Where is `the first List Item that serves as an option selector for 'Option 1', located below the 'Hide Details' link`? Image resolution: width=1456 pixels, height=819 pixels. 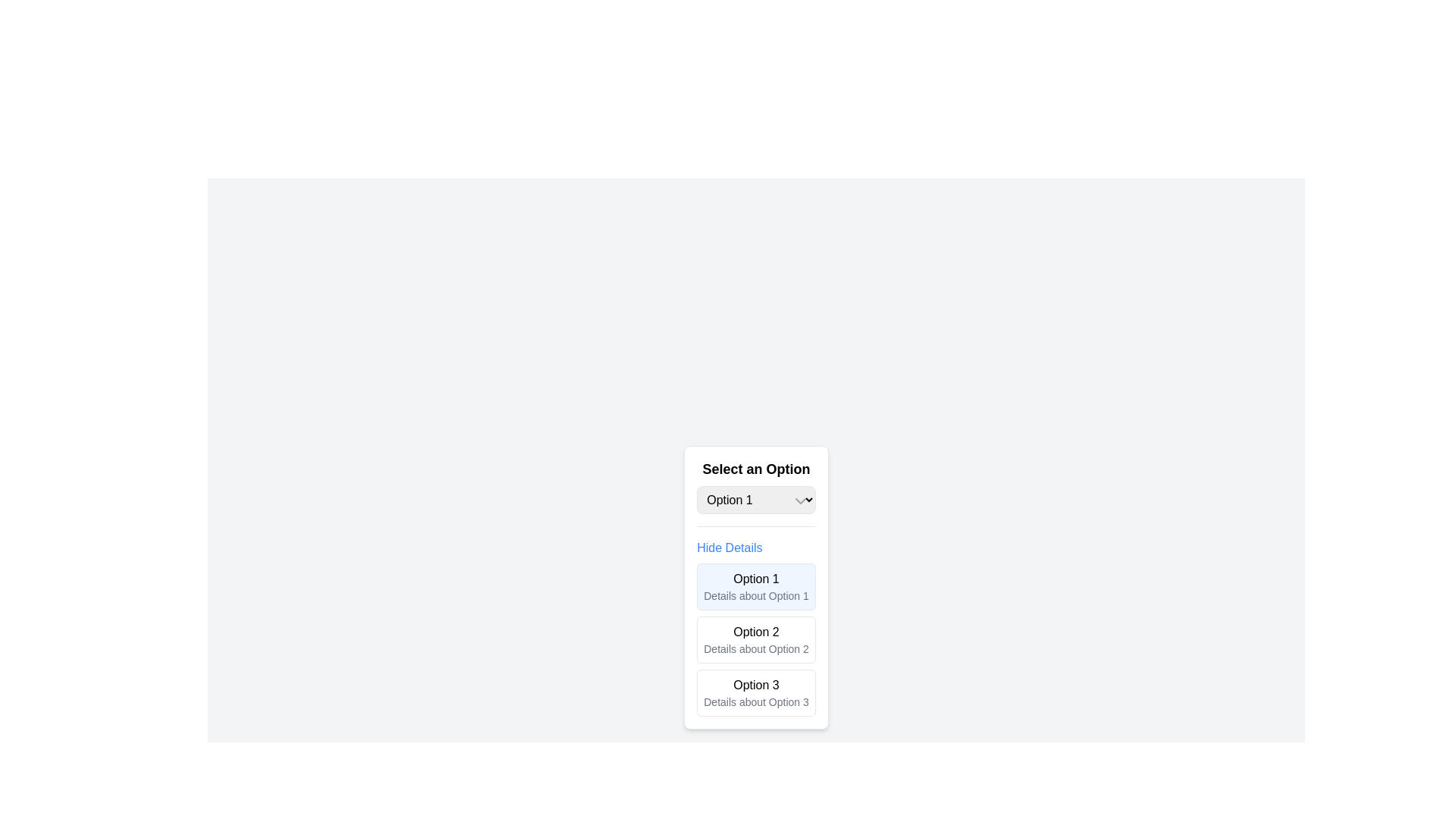 the first List Item that serves as an option selector for 'Option 1', located below the 'Hide Details' link is located at coordinates (756, 586).